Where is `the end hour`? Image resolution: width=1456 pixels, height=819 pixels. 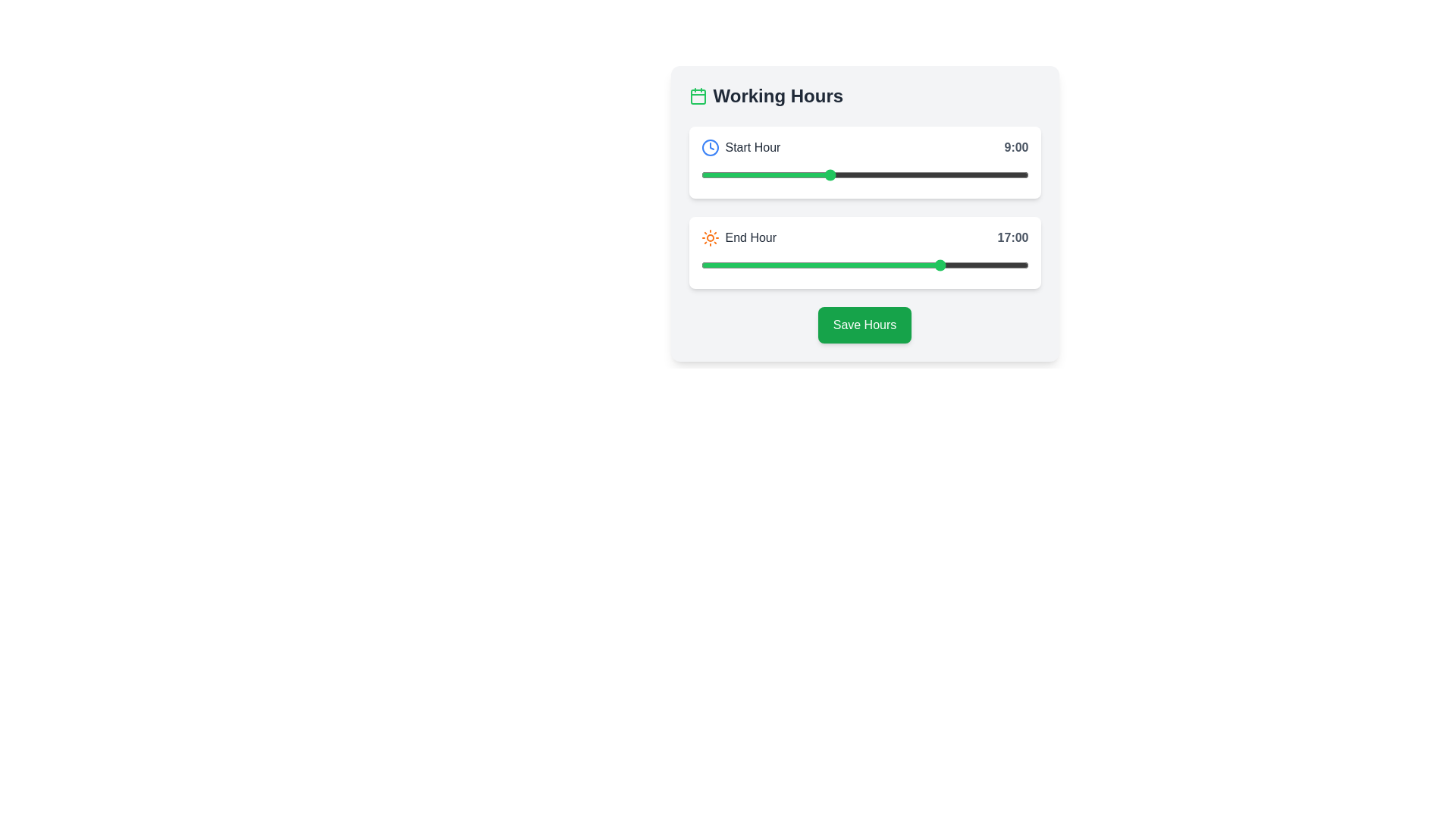 the end hour is located at coordinates (999, 265).